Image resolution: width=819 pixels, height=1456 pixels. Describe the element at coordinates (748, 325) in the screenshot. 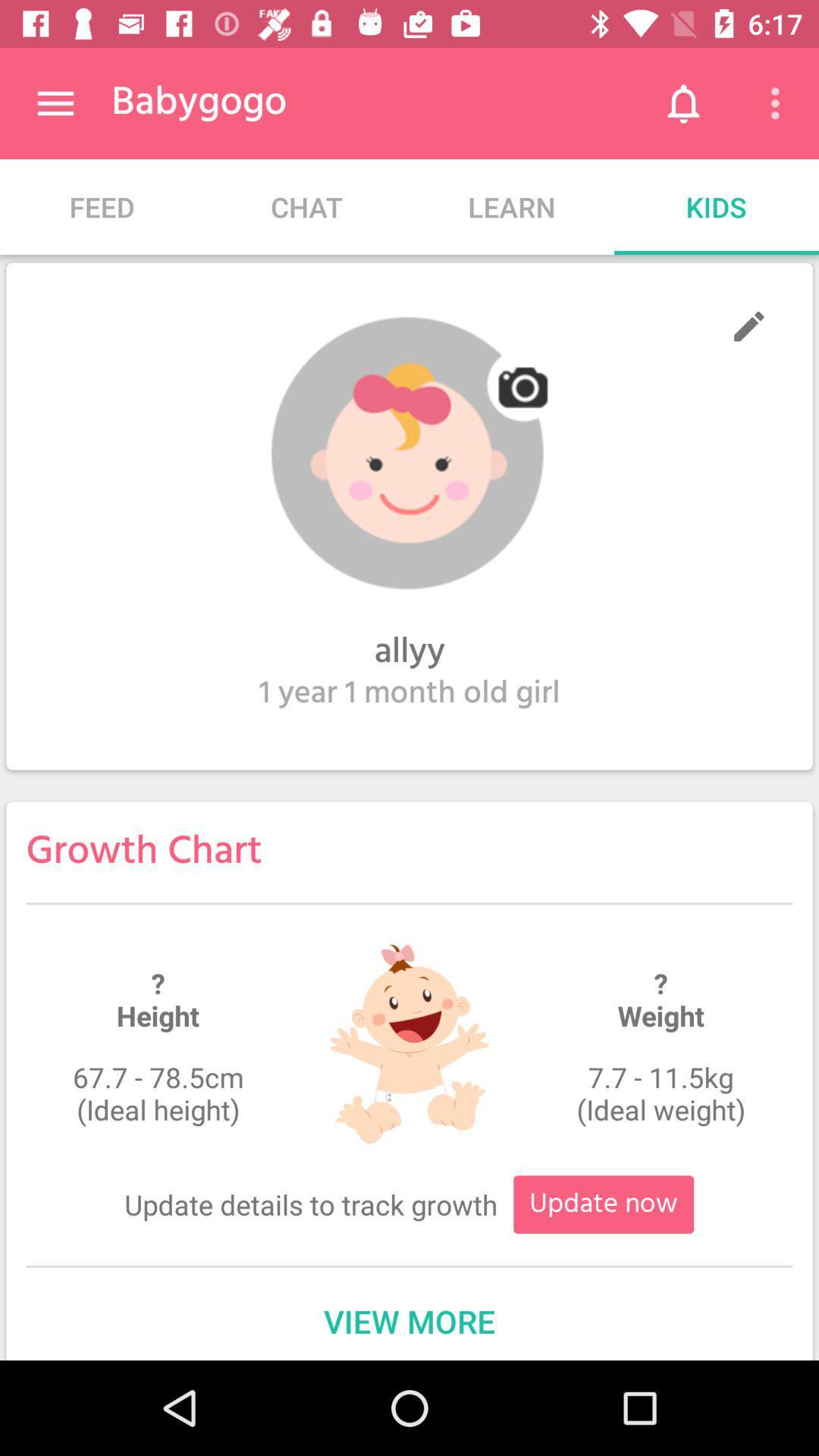

I see `edit kid avatar` at that location.